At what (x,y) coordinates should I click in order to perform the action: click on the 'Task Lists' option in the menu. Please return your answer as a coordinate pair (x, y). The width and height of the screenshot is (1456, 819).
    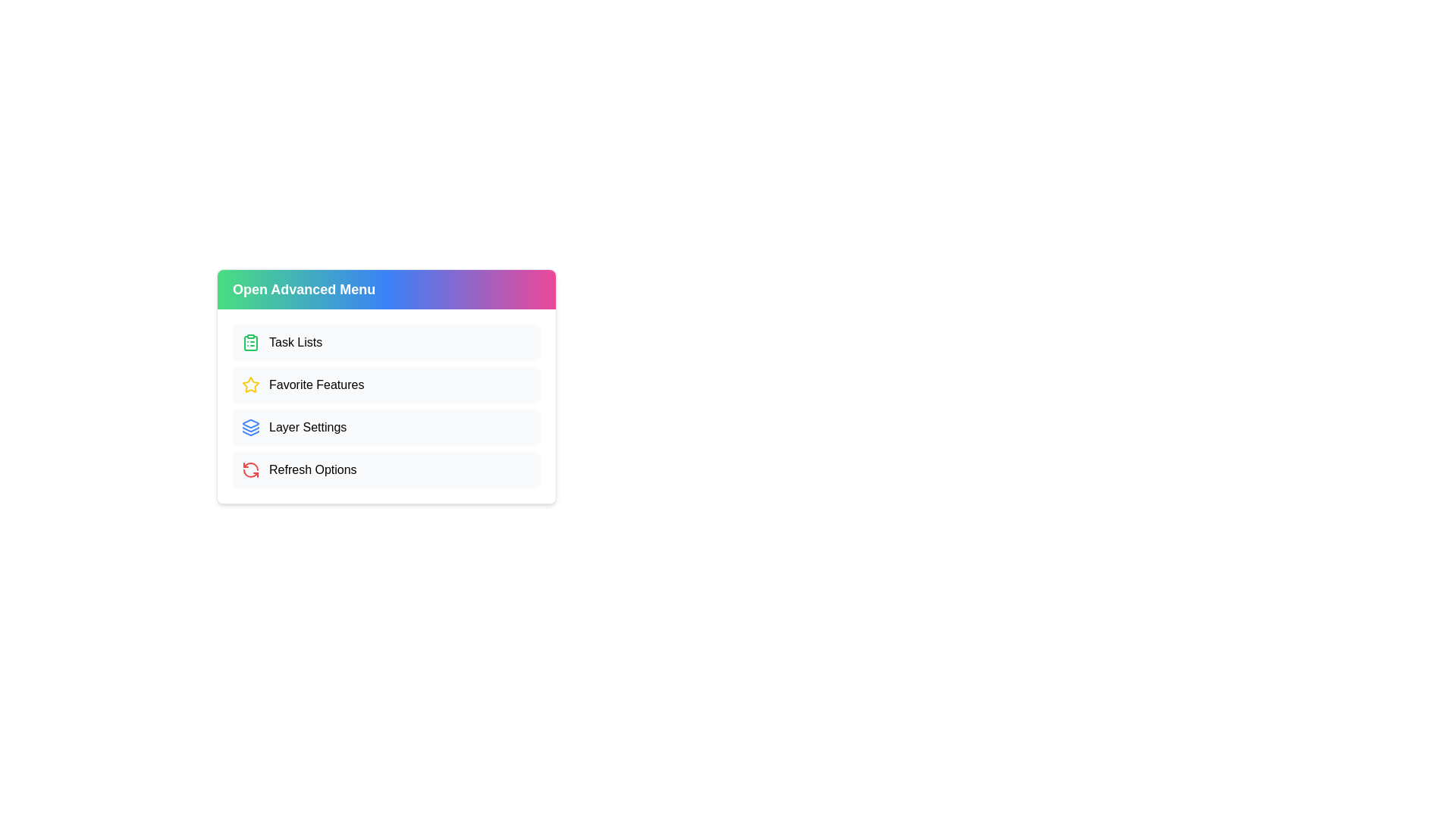
    Looking at the image, I should click on (386, 342).